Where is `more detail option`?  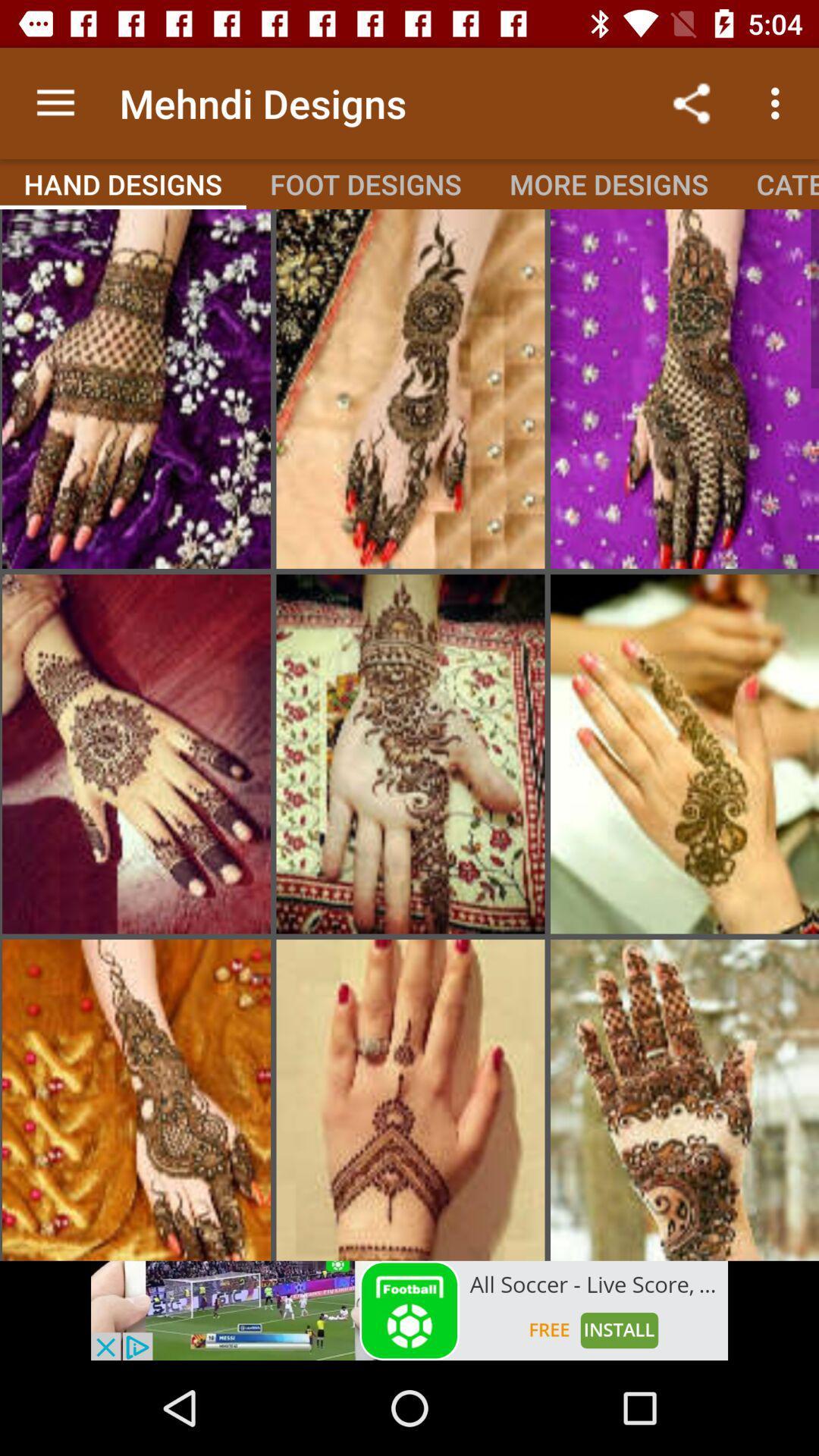 more detail option is located at coordinates (684, 754).